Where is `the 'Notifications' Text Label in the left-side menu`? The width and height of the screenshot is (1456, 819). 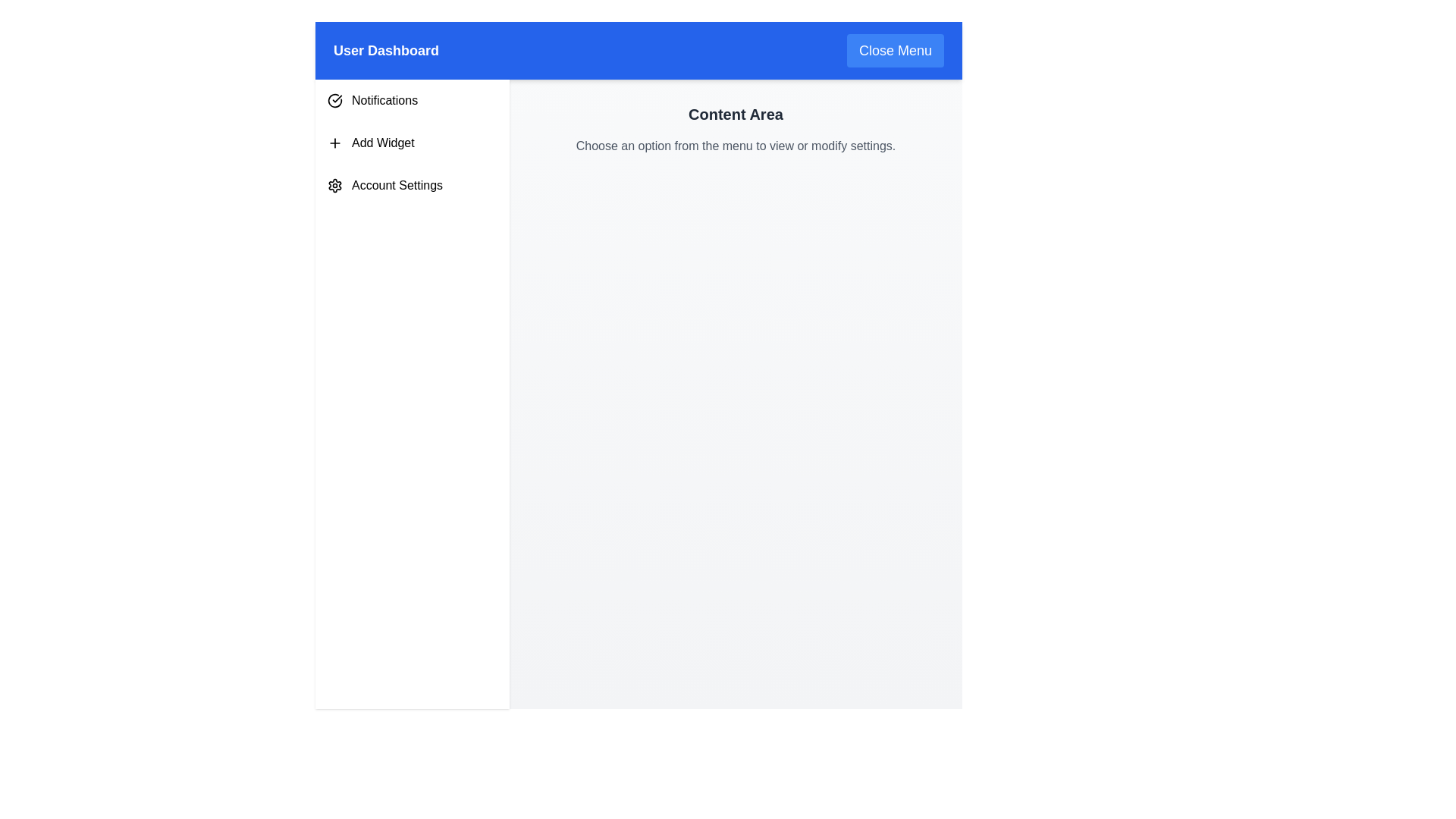 the 'Notifications' Text Label in the left-side menu is located at coordinates (384, 100).